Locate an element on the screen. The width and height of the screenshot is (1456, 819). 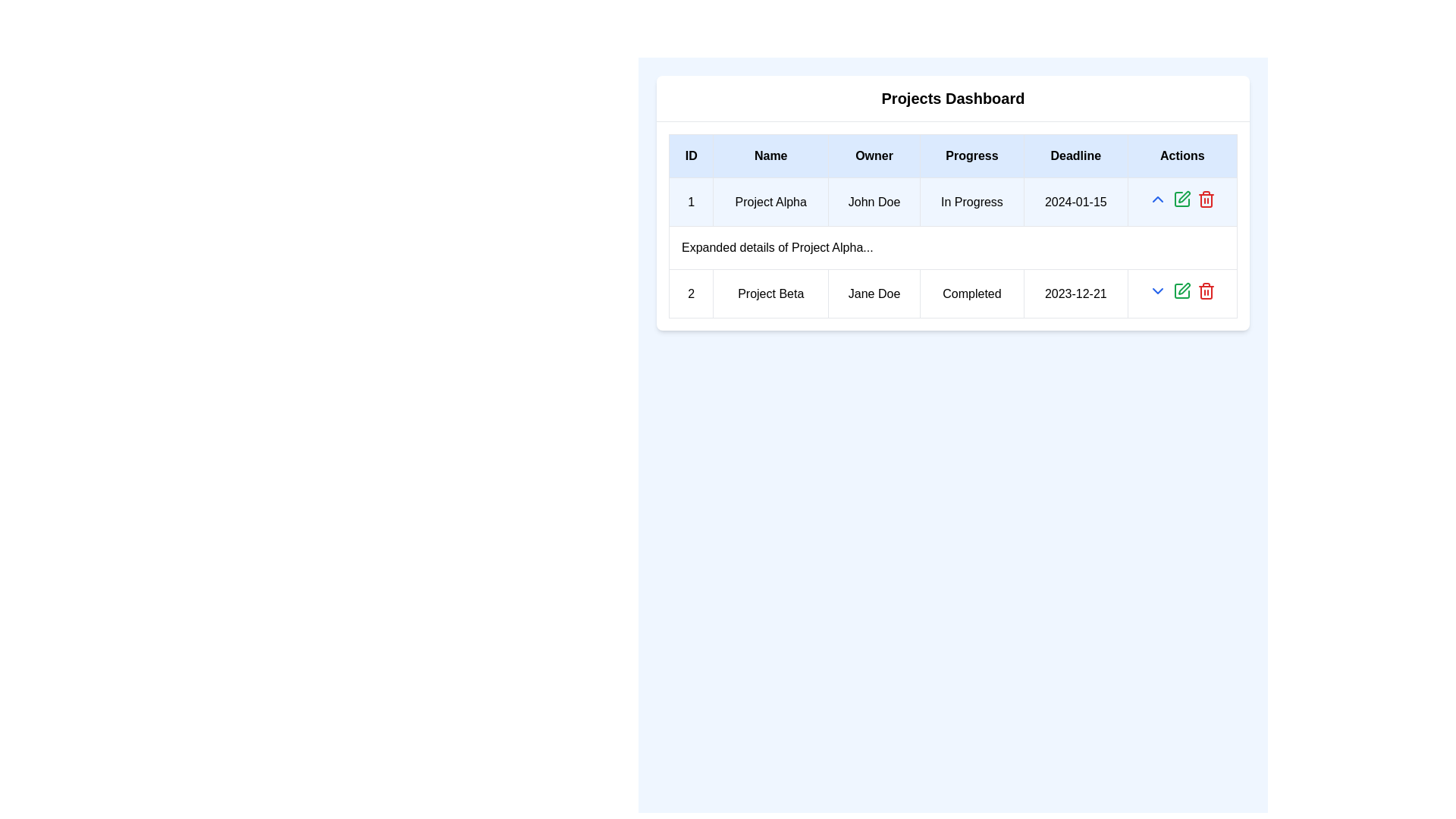
the interactive cells of the project data table displayed below the 'Projects Dashboard' title is located at coordinates (952, 225).